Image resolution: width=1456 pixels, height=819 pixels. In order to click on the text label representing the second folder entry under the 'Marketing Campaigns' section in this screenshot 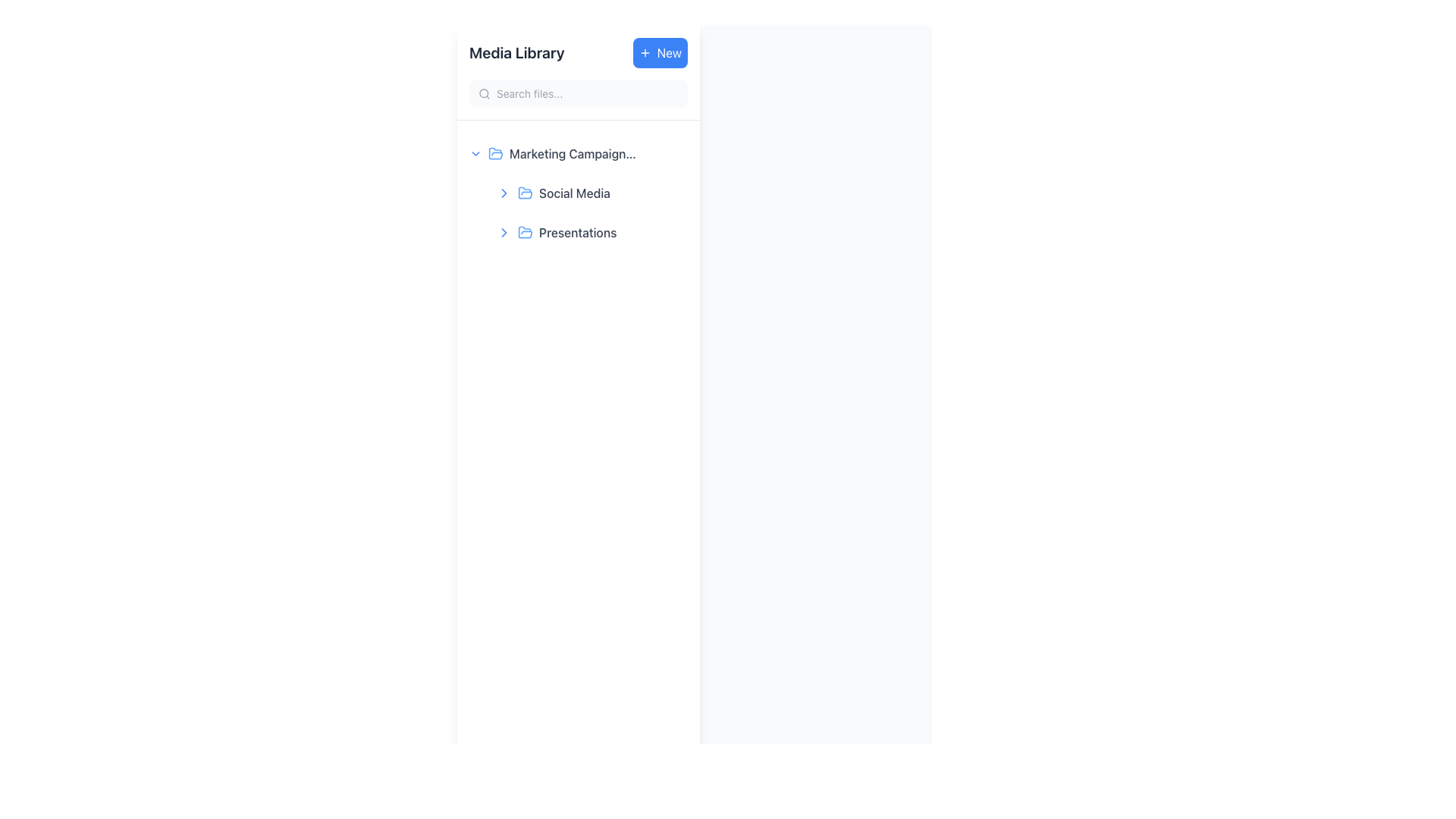, I will do `click(577, 233)`.